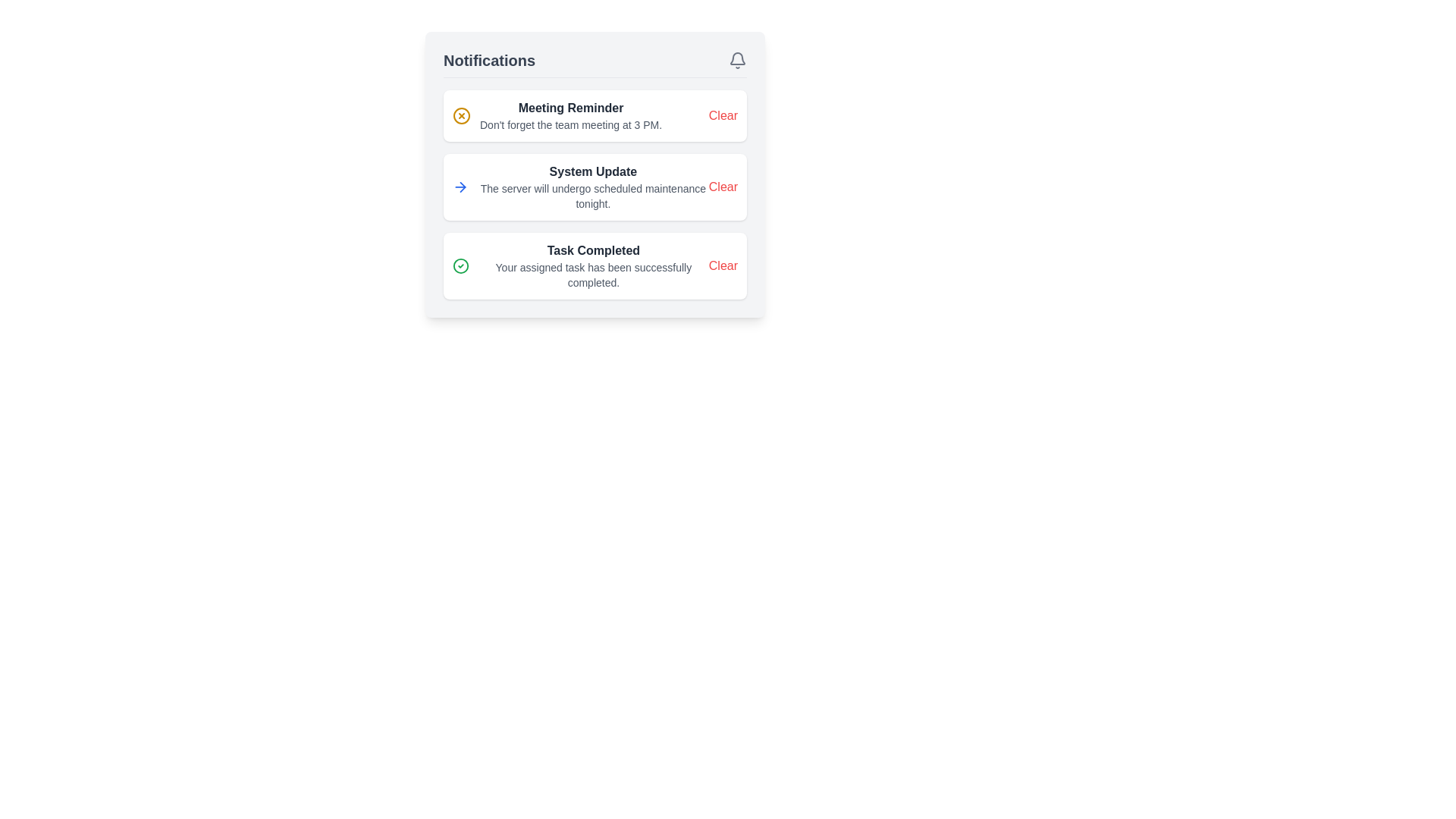  Describe the element at coordinates (592, 195) in the screenshot. I see `the text element displaying 'The server will undergo scheduled maintenance tonight.' which is styled in light gray and positioned below the bold title 'System Update.'` at that location.